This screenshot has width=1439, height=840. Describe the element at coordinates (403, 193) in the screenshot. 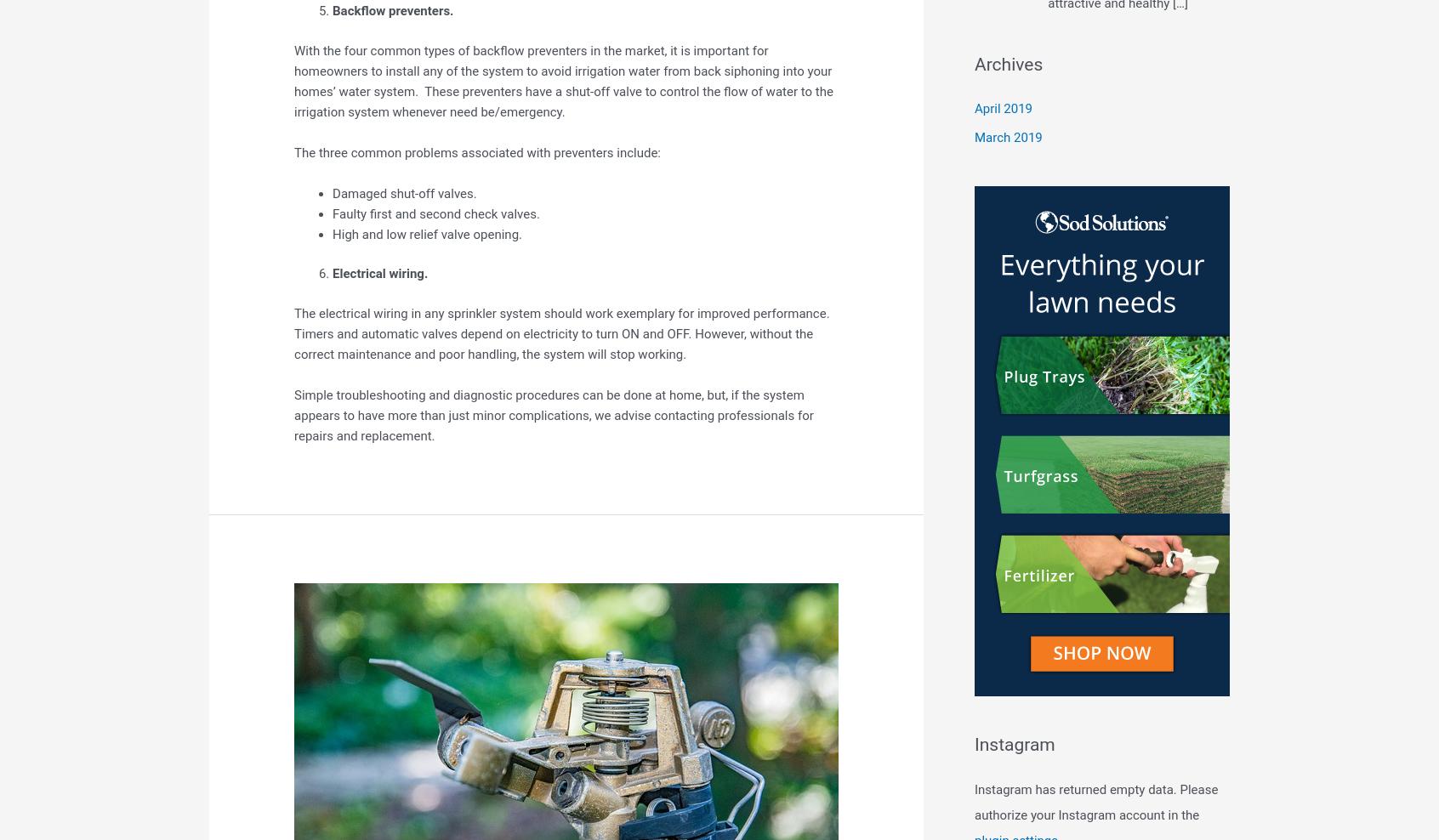

I see `'Damaged shut-off valves.'` at that location.